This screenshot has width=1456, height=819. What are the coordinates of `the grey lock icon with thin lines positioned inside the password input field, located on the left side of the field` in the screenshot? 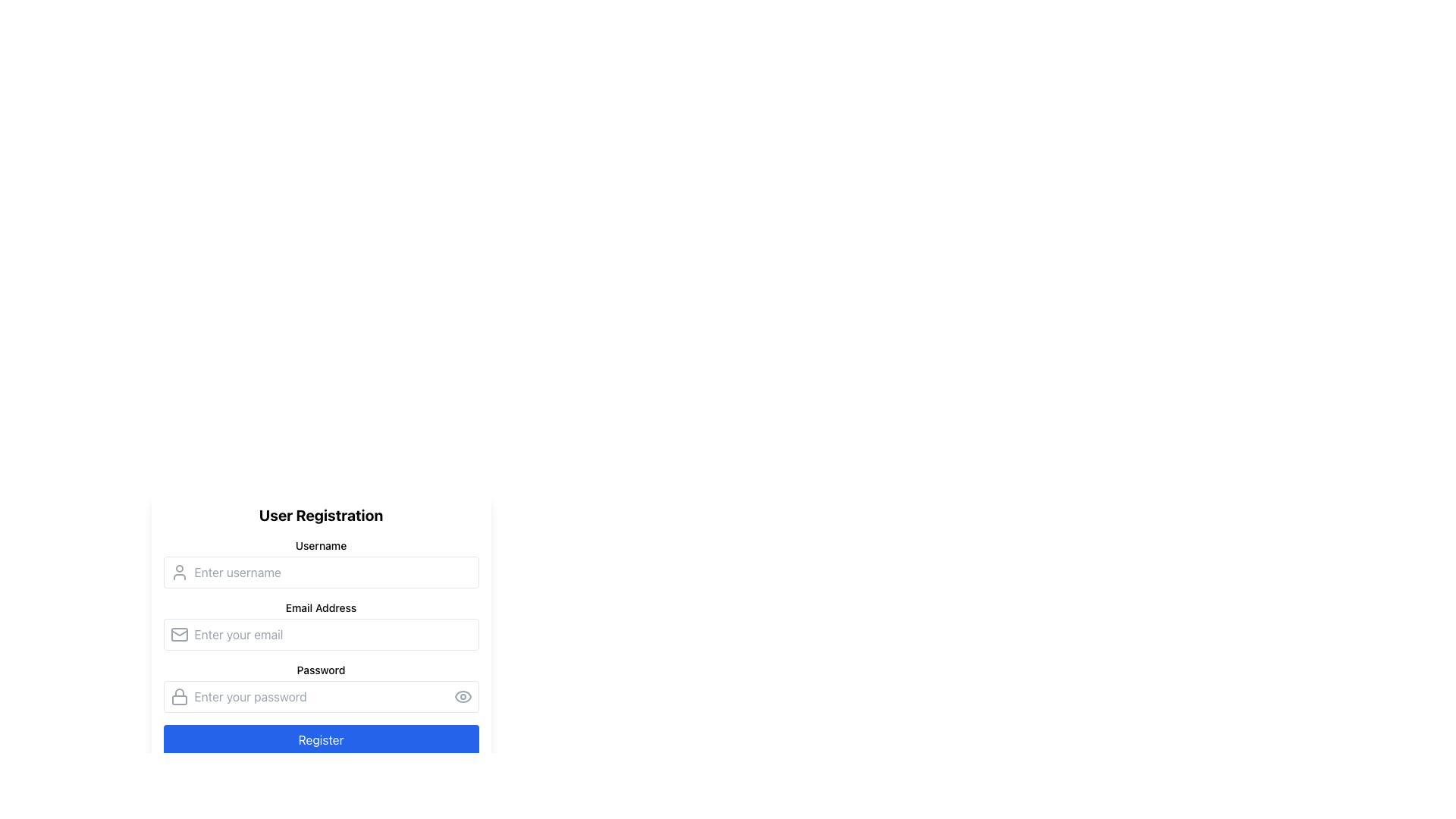 It's located at (179, 696).